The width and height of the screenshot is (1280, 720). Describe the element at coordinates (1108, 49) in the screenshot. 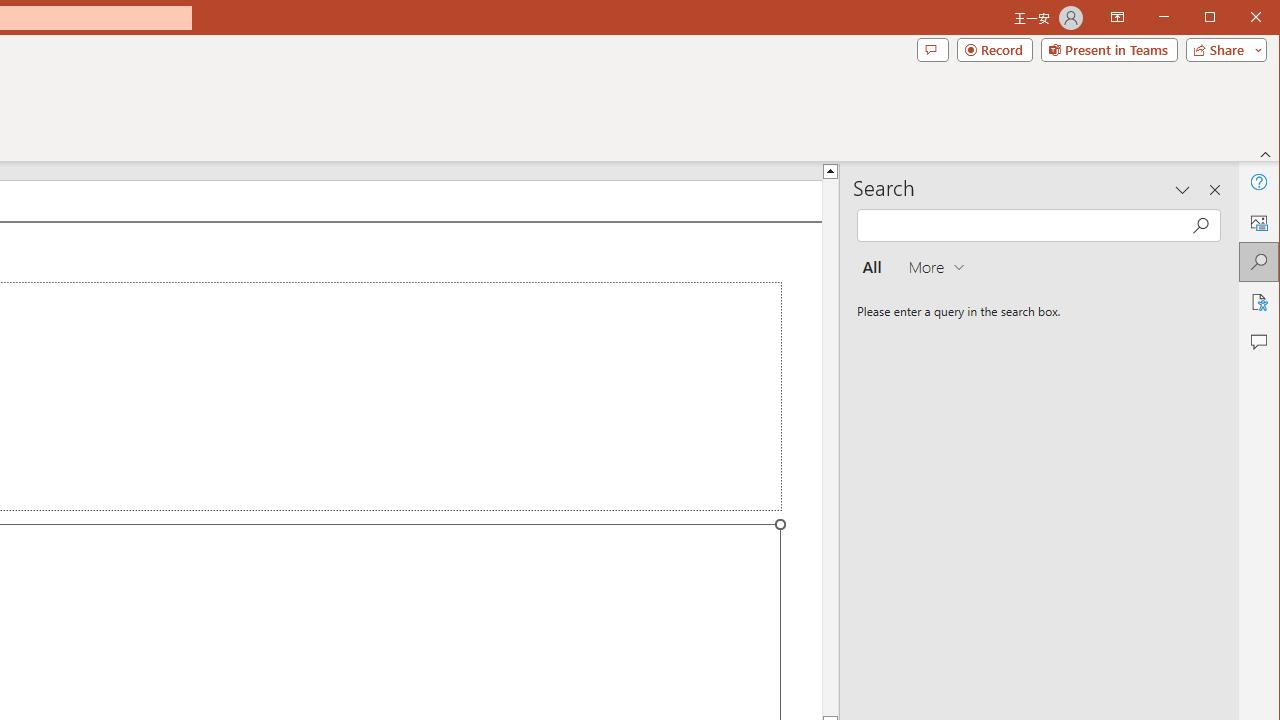

I see `'Present in Teams'` at that location.